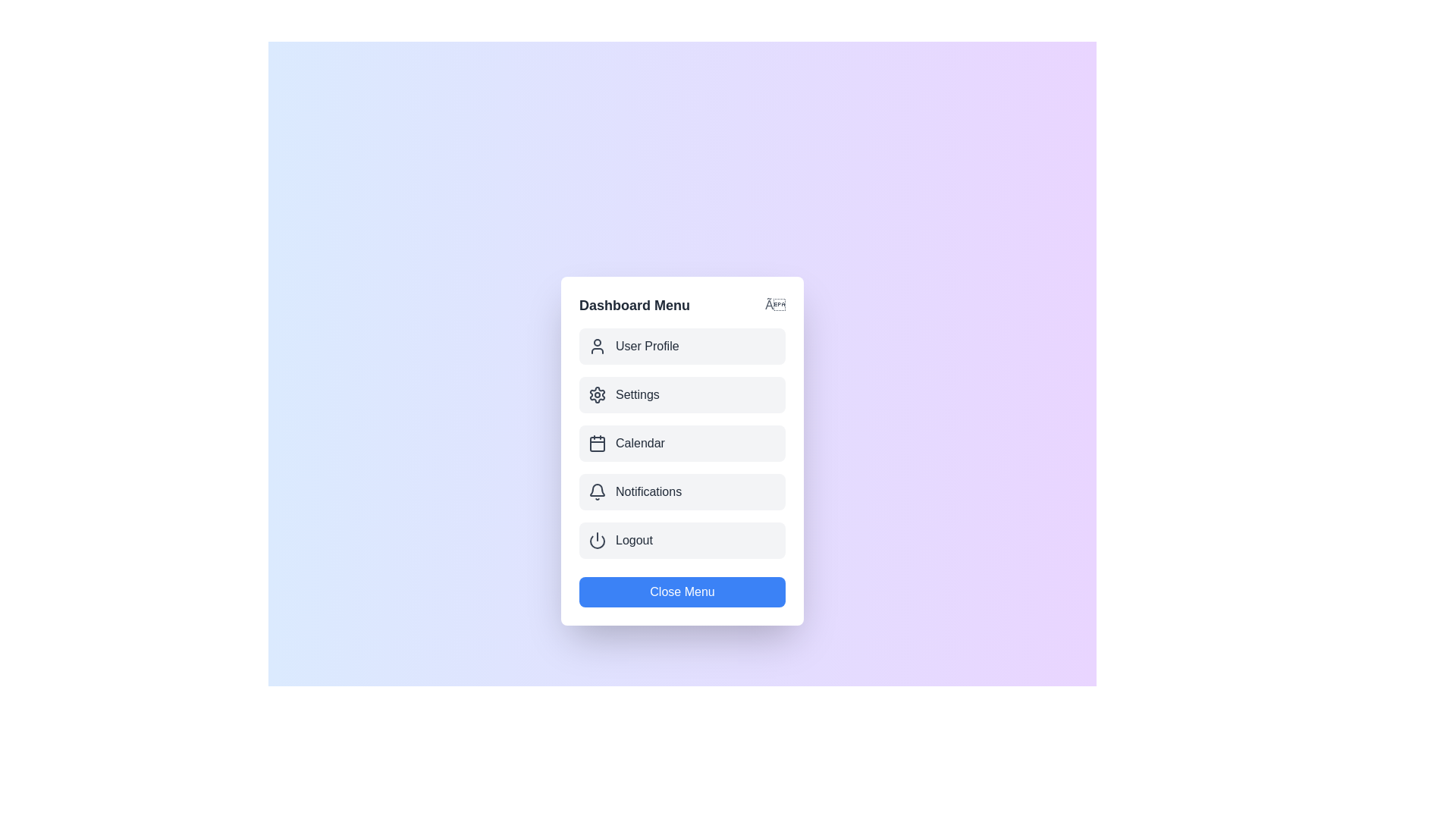 The height and width of the screenshot is (819, 1456). What do you see at coordinates (596, 491) in the screenshot?
I see `the icon for the menu item Notifications` at bounding box center [596, 491].